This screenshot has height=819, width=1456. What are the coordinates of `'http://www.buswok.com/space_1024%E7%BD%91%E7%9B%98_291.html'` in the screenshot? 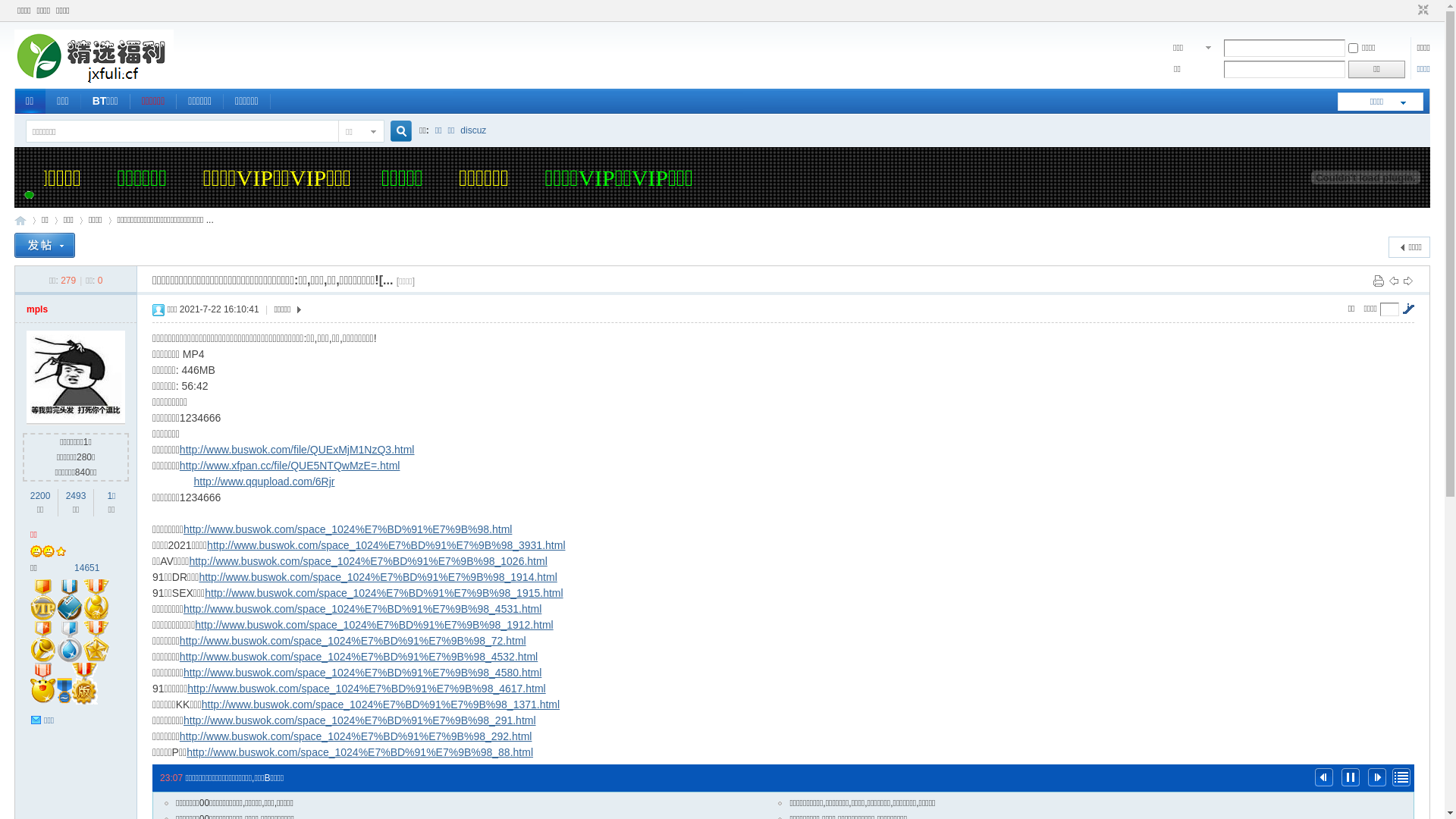 It's located at (359, 719).